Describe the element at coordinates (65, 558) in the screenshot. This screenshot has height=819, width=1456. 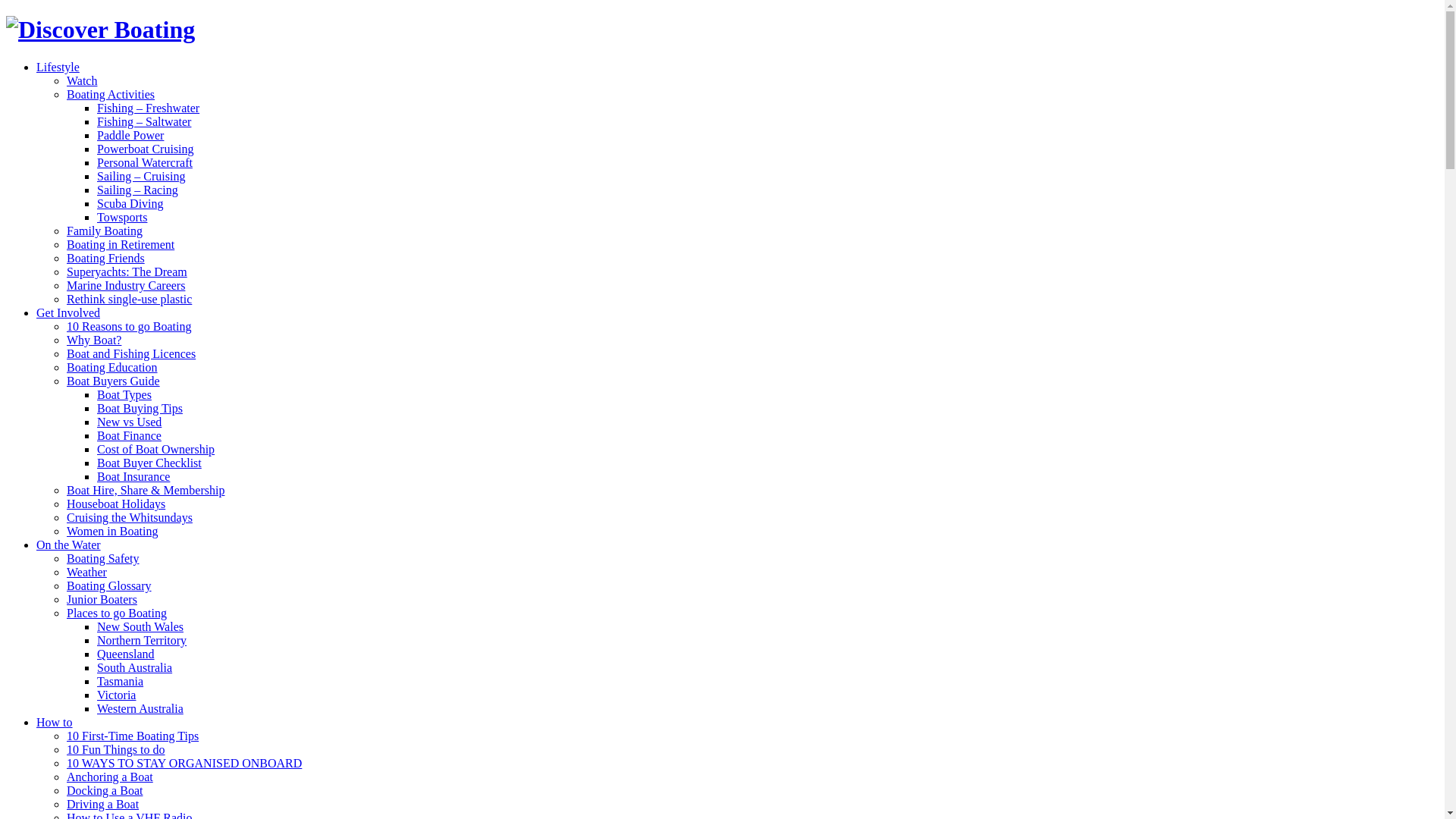
I see `'Boating Safety'` at that location.